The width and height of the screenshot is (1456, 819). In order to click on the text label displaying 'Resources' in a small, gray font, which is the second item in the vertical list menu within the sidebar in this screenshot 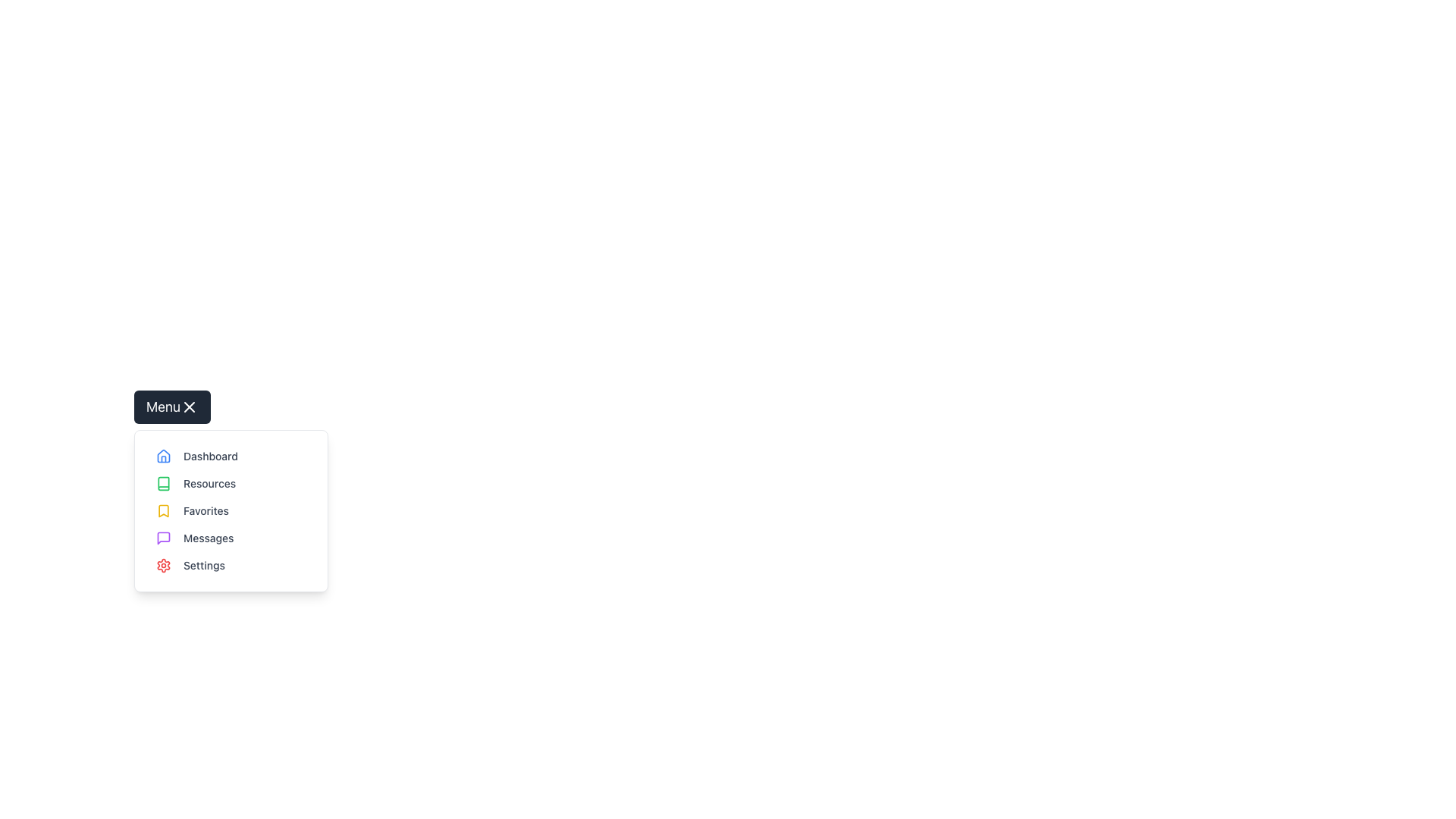, I will do `click(209, 483)`.